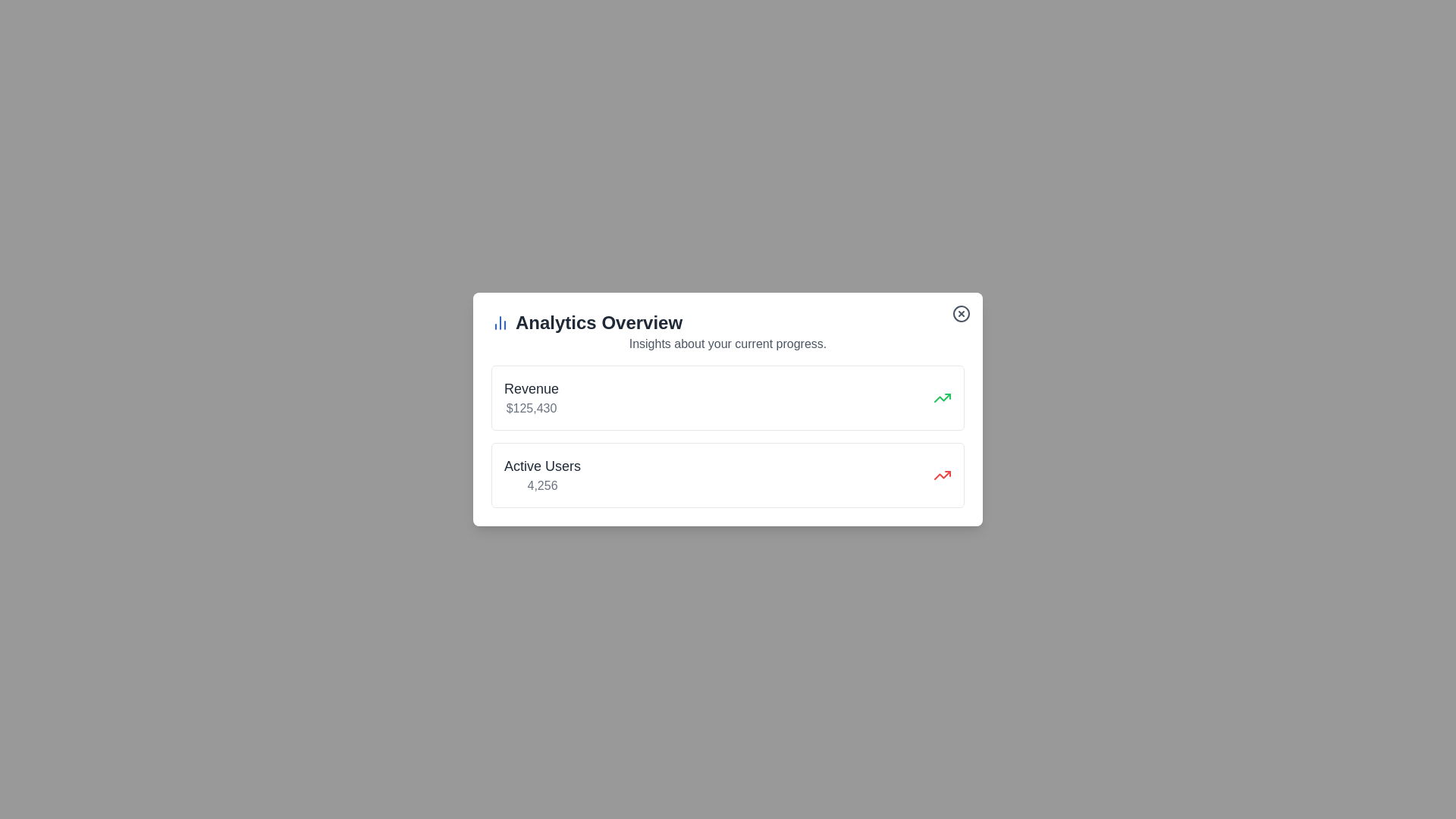 The width and height of the screenshot is (1456, 819). What do you see at coordinates (542, 475) in the screenshot?
I see `the Text information element that displays the current count of active users, located near the bottom of the list titled 'Active Users'` at bounding box center [542, 475].